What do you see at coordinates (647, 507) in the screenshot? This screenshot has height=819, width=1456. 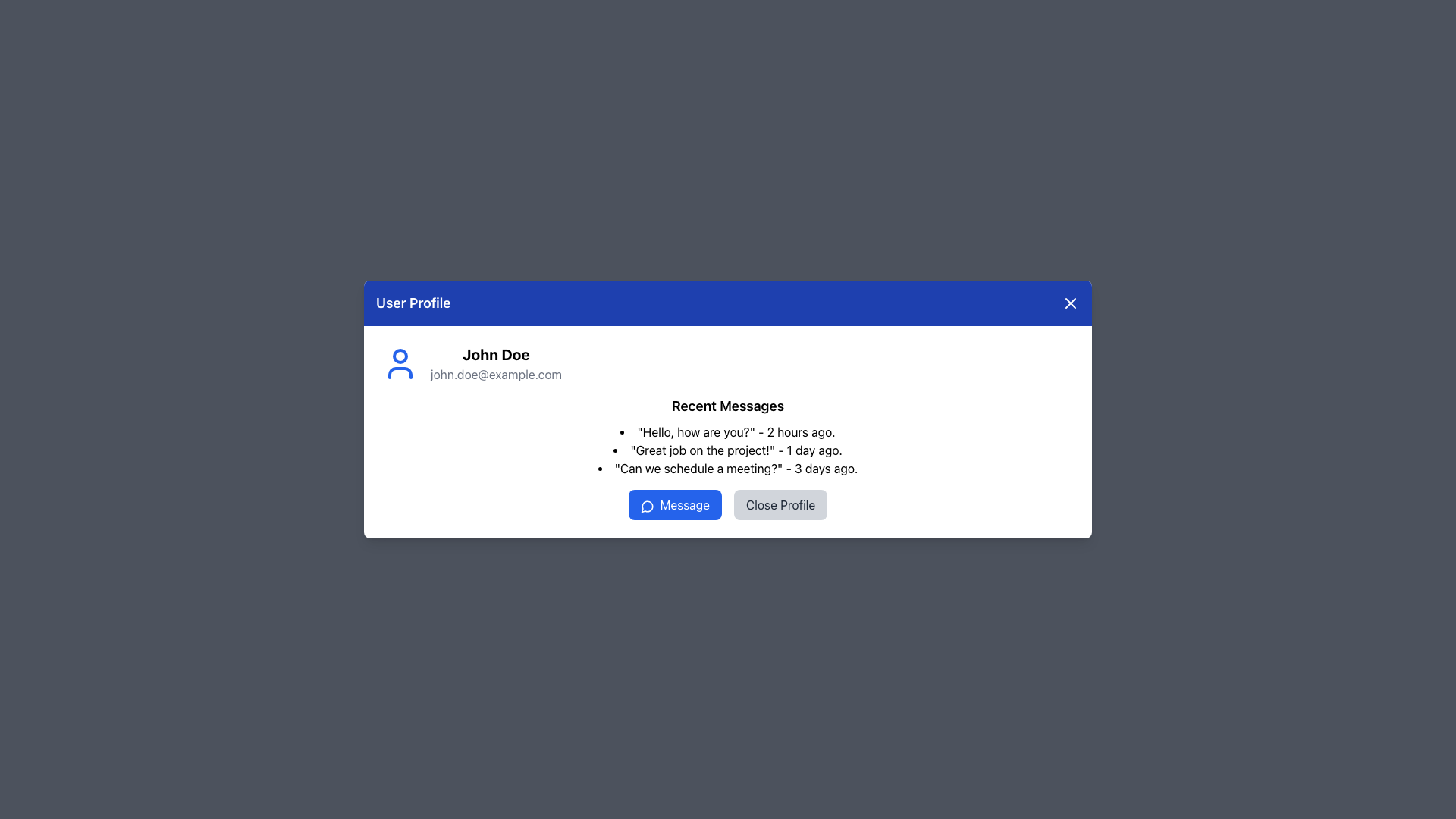 I see `the messaging icon that is located within the dialog box at the bottom, positioned to the left of the 'Message' button and aligned centrally horizontally within the dialog box content` at bounding box center [647, 507].